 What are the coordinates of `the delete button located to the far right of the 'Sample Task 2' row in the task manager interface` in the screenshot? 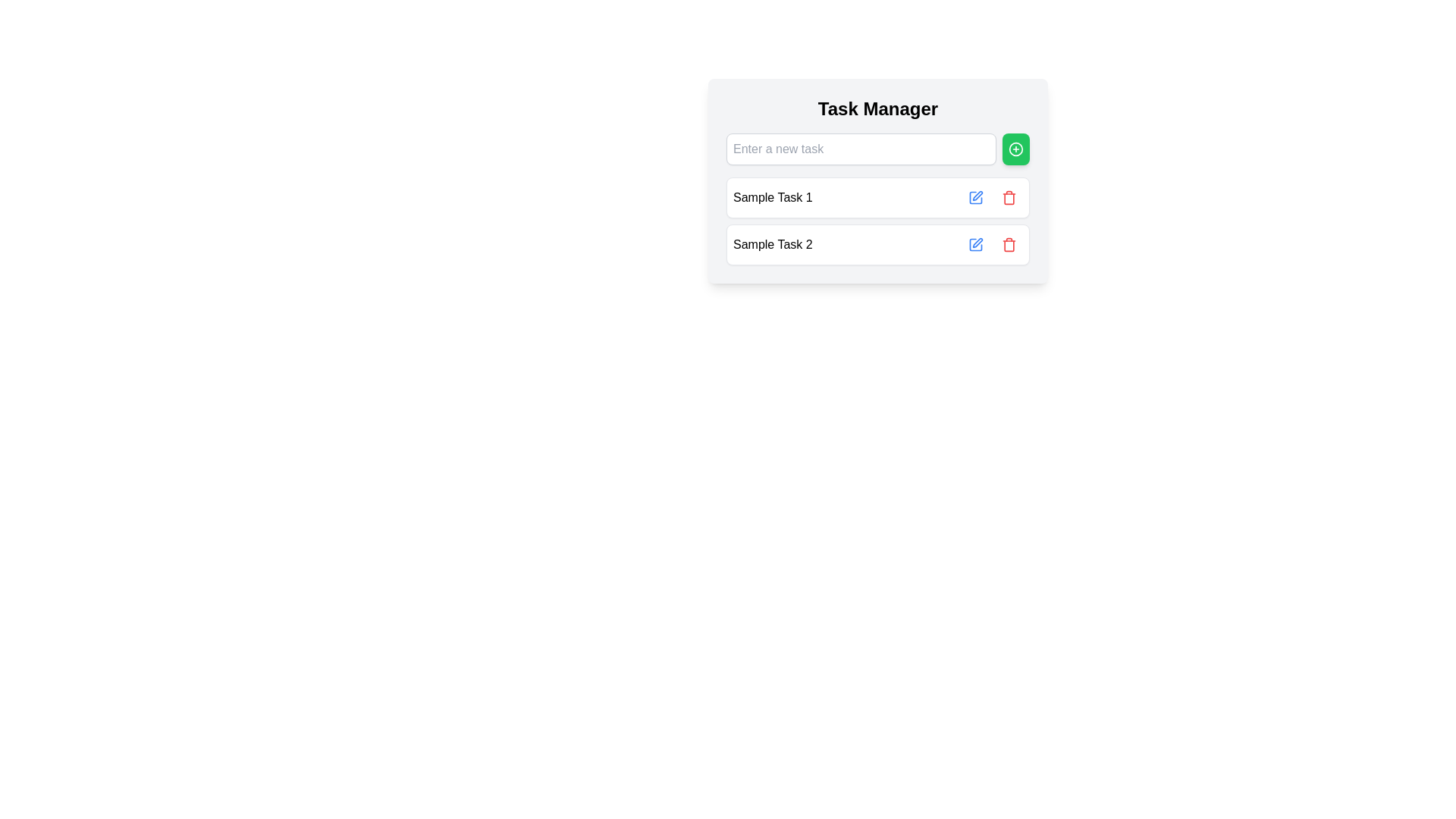 It's located at (1009, 244).